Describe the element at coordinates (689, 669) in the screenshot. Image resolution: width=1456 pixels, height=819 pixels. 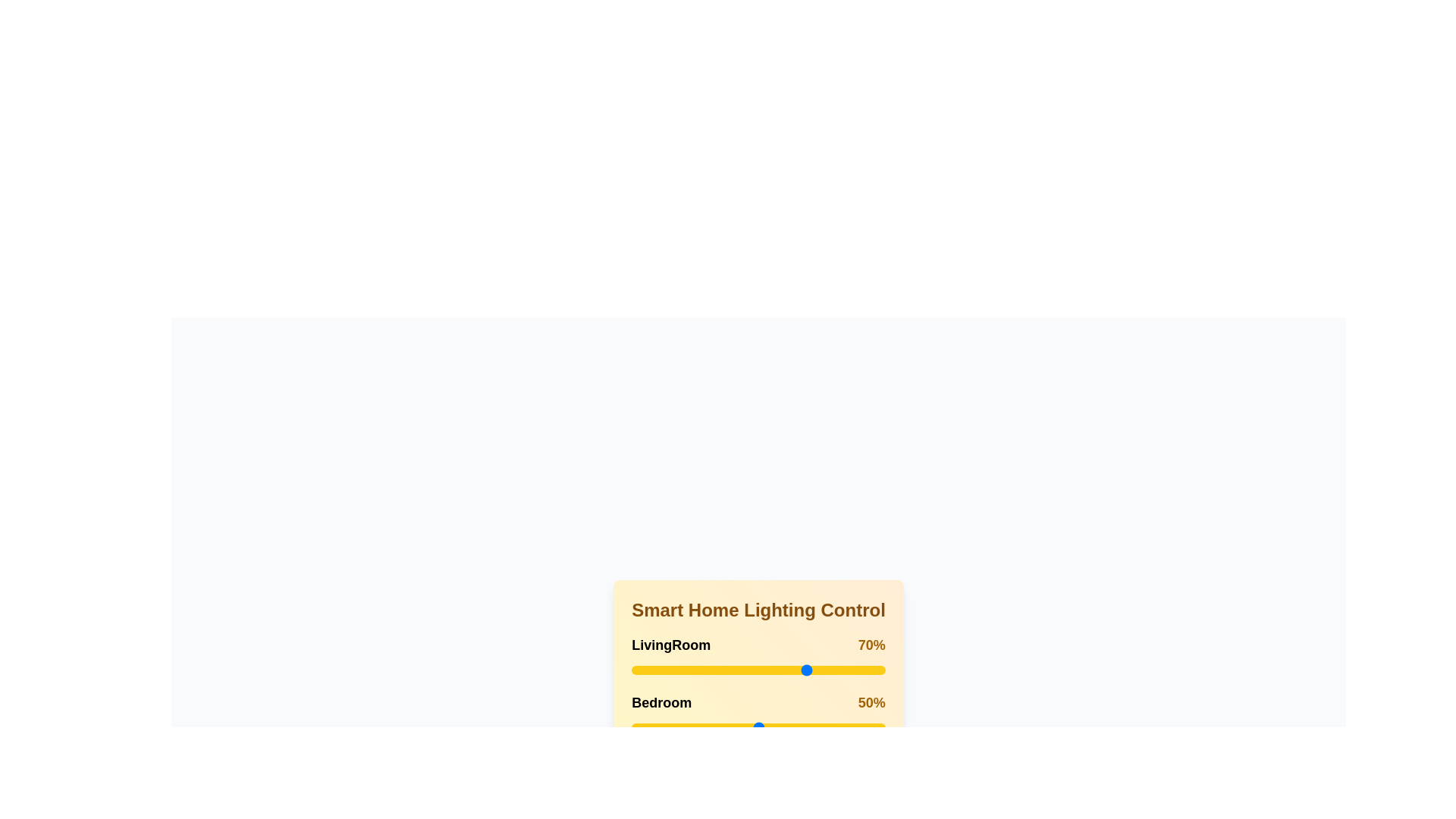
I see `the Living Room lighting level` at that location.